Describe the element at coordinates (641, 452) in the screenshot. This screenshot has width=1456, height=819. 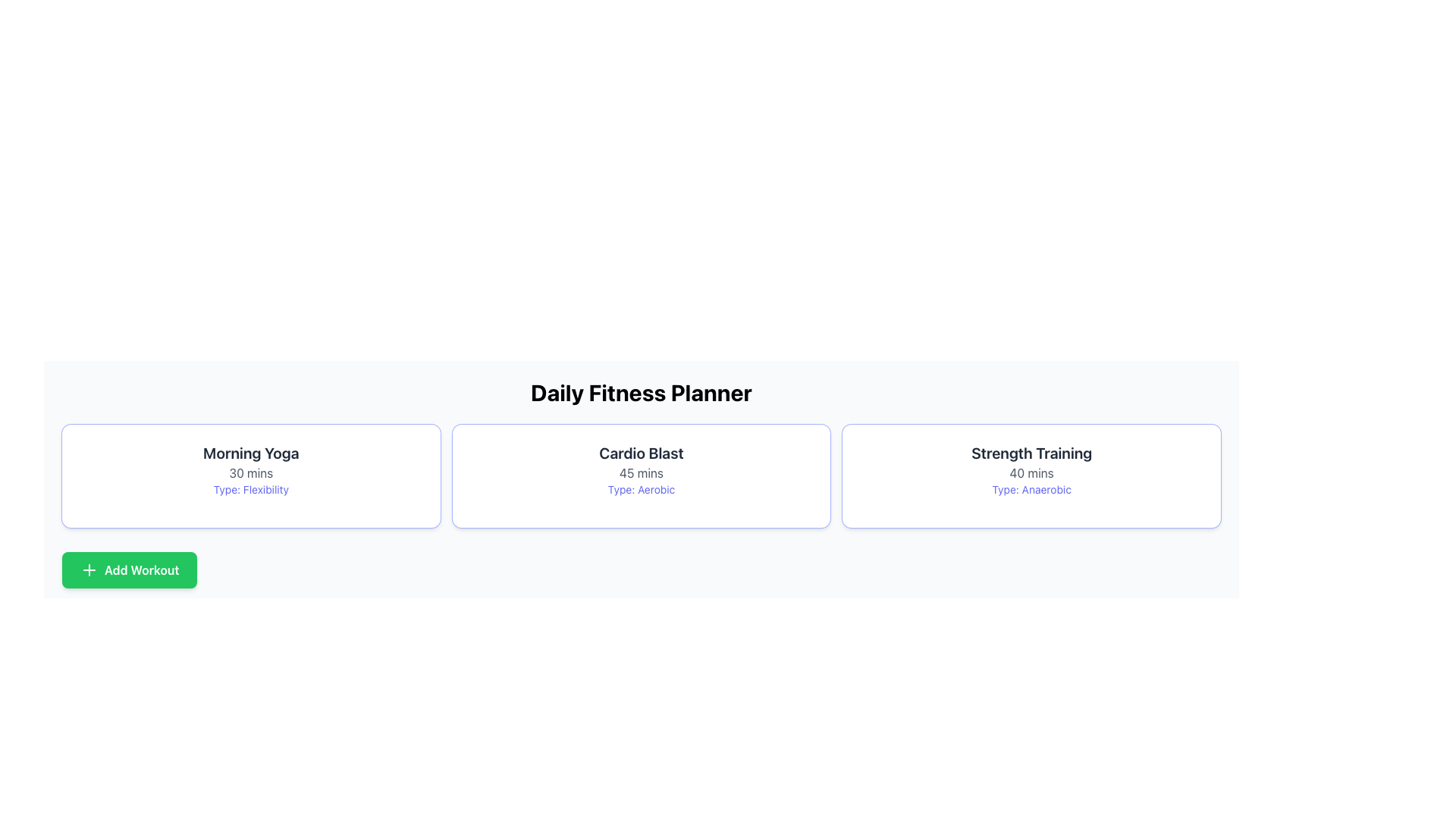
I see `the Text Label displaying 'Cardio Blast'` at that location.